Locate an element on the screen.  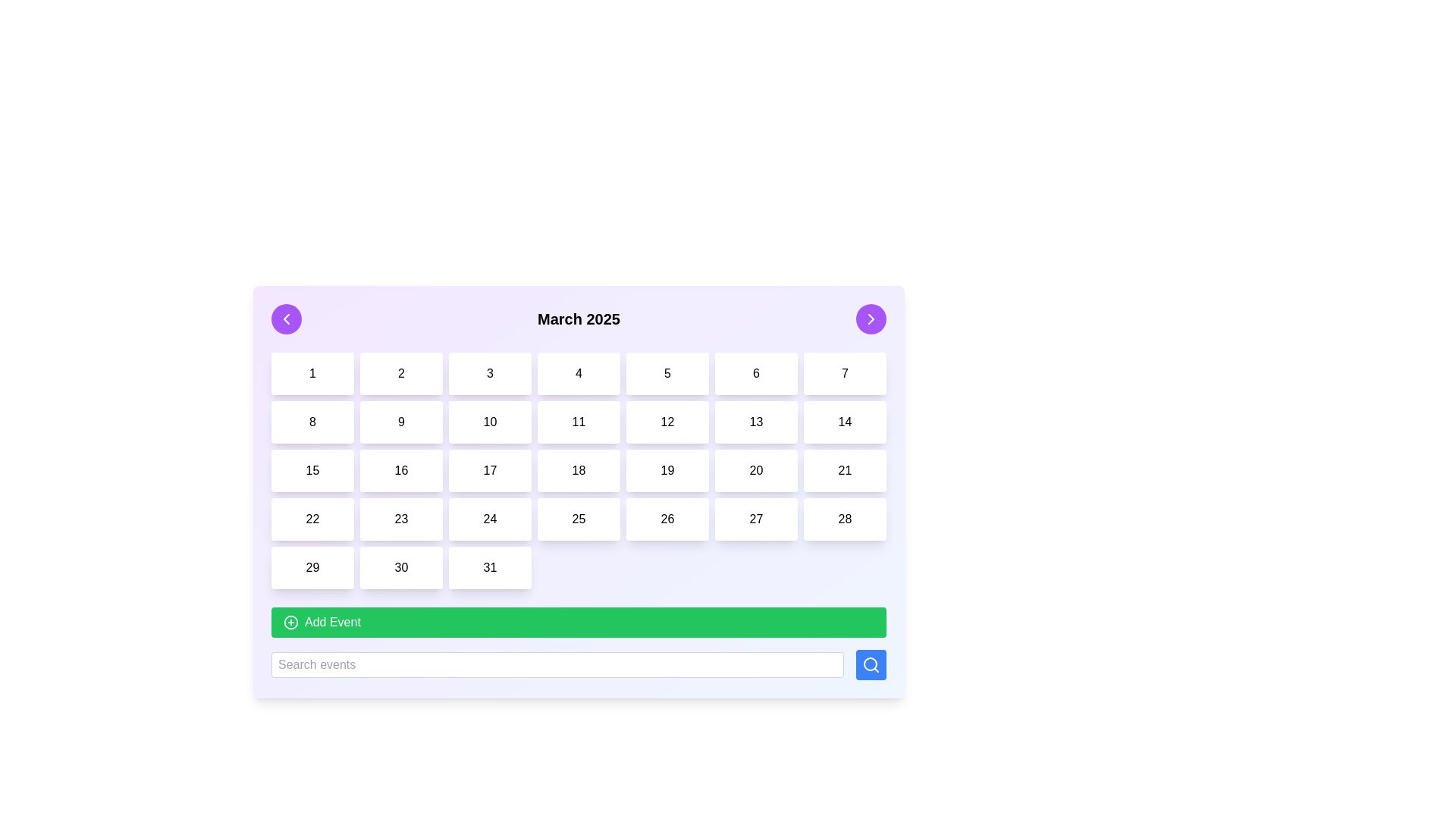
the calendar day block displaying the number '24' is located at coordinates (490, 519).